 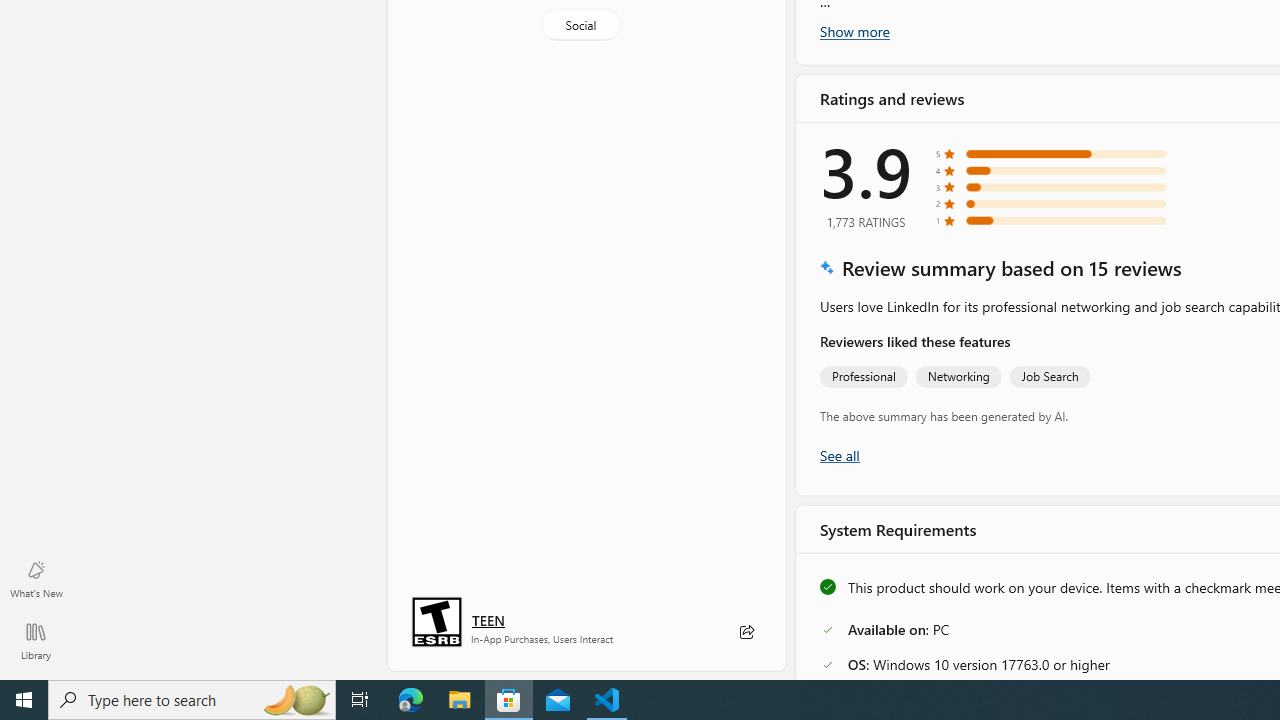 What do you see at coordinates (35, 640) in the screenshot?
I see `'Library'` at bounding box center [35, 640].